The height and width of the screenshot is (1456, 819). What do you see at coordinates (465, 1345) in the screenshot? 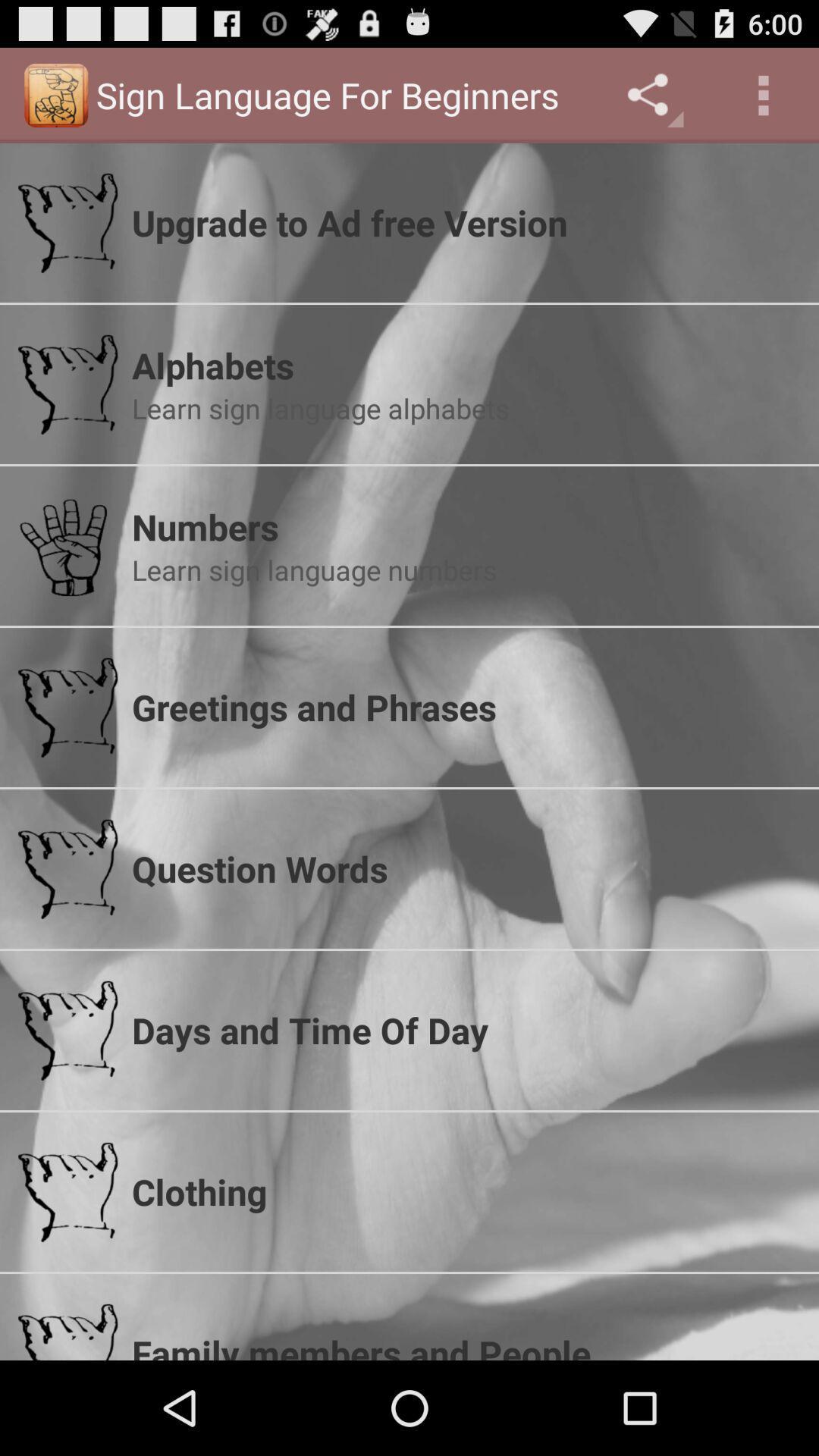
I see `the family members and item` at bounding box center [465, 1345].